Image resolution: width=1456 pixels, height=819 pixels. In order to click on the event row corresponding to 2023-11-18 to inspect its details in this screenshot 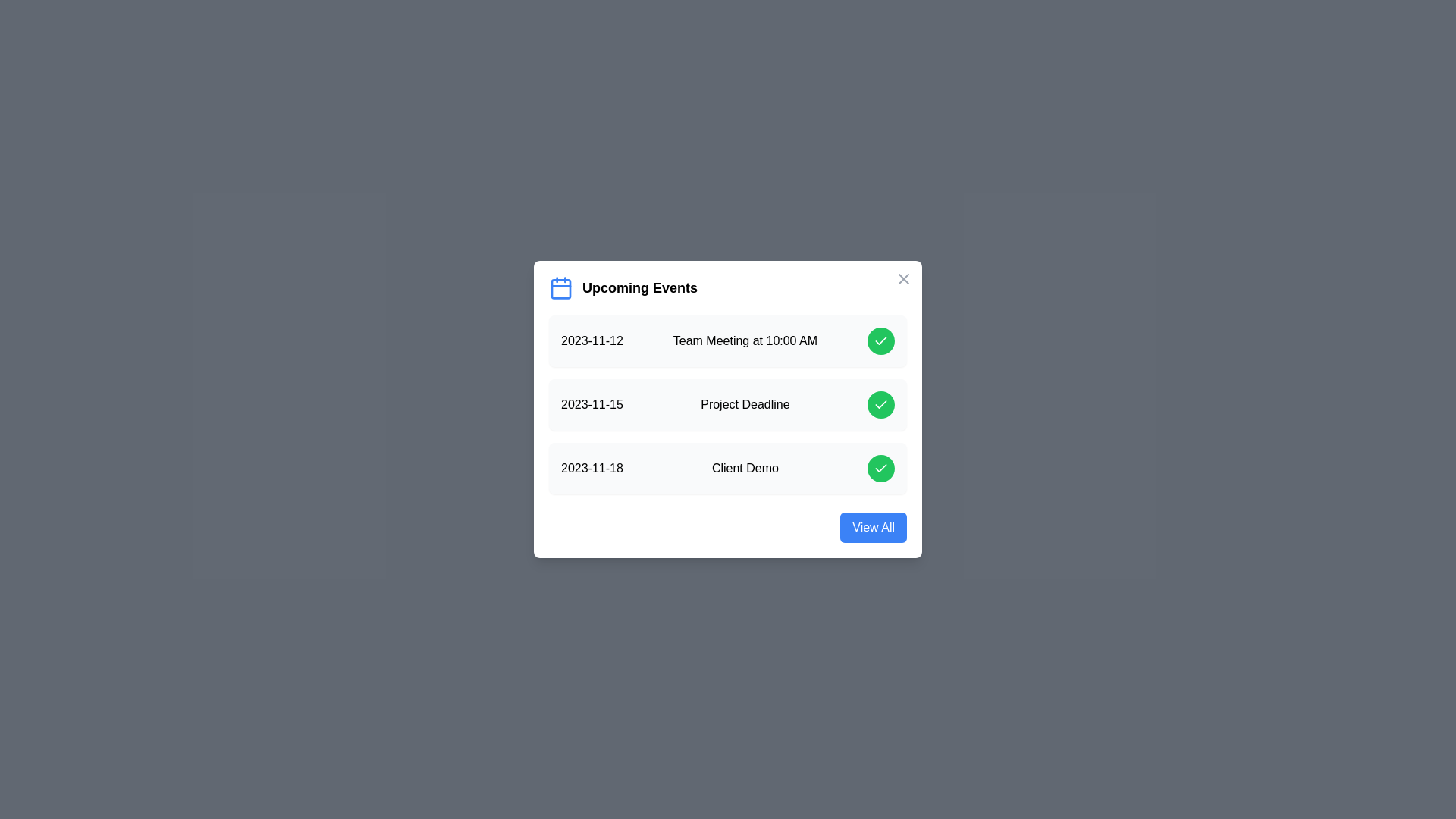, I will do `click(728, 467)`.